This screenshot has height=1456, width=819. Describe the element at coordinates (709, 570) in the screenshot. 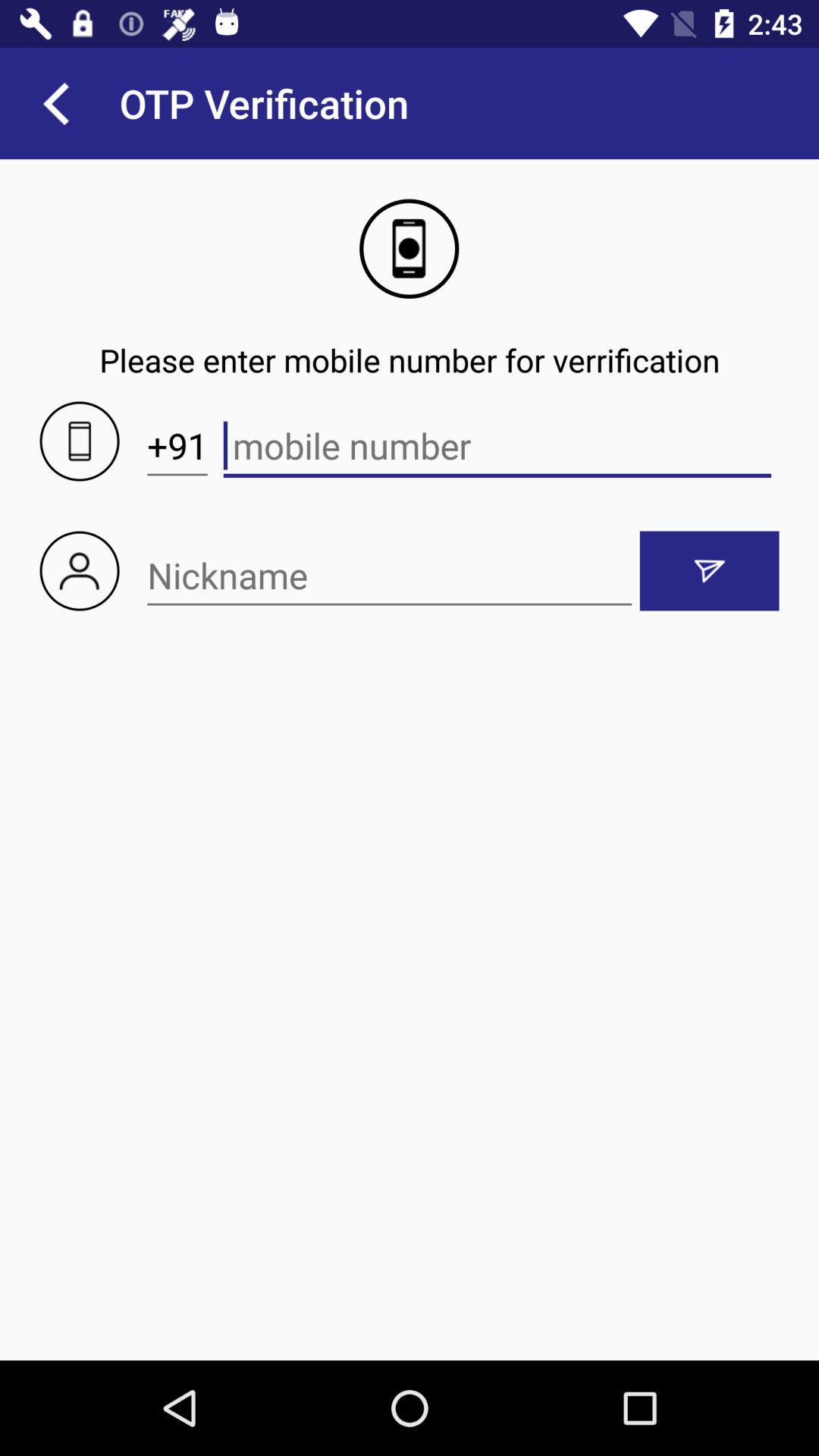

I see `the flash icon` at that location.